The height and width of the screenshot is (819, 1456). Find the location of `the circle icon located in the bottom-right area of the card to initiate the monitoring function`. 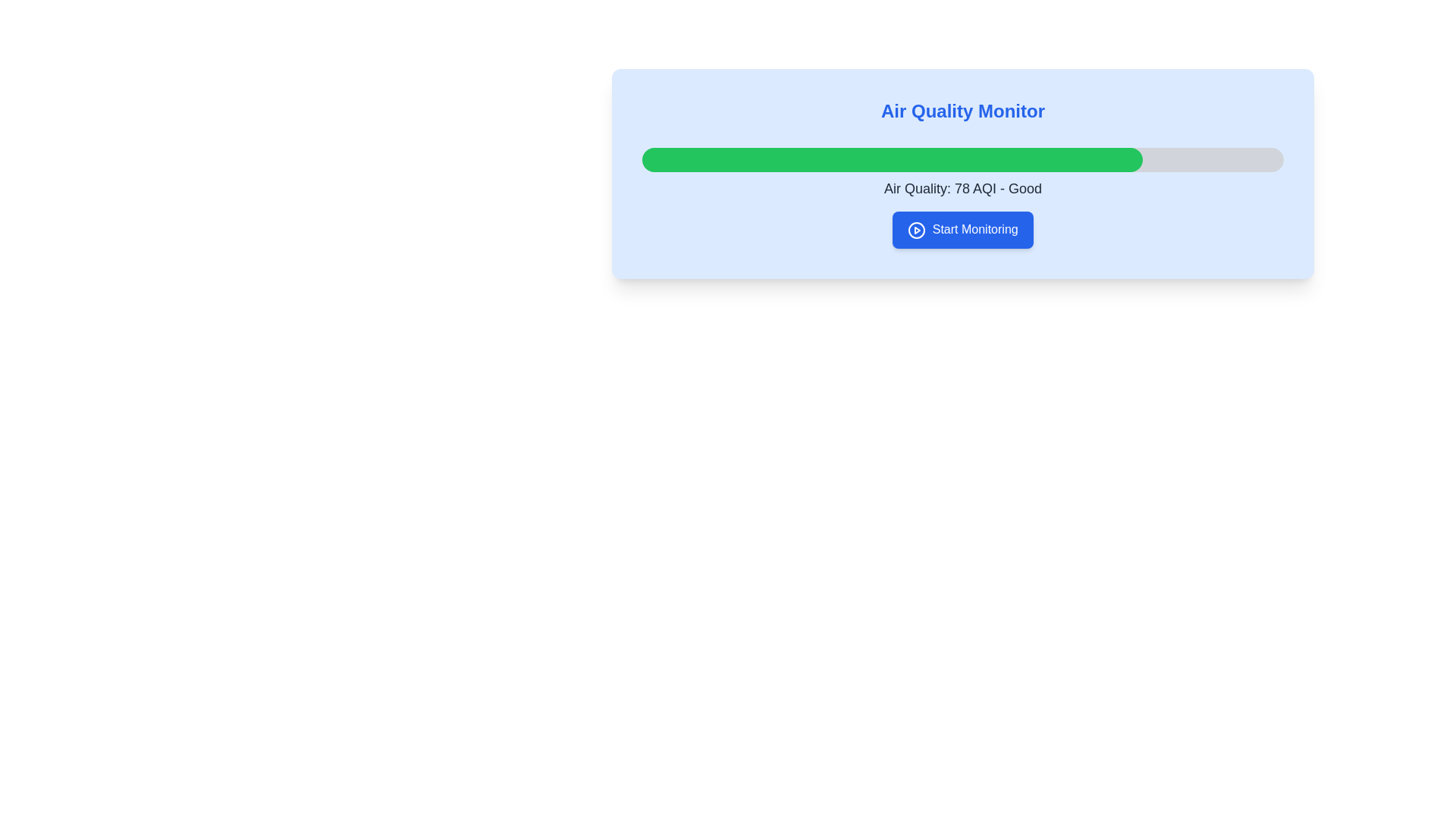

the circle icon located in the bottom-right area of the card to initiate the monitoring function is located at coordinates (916, 230).